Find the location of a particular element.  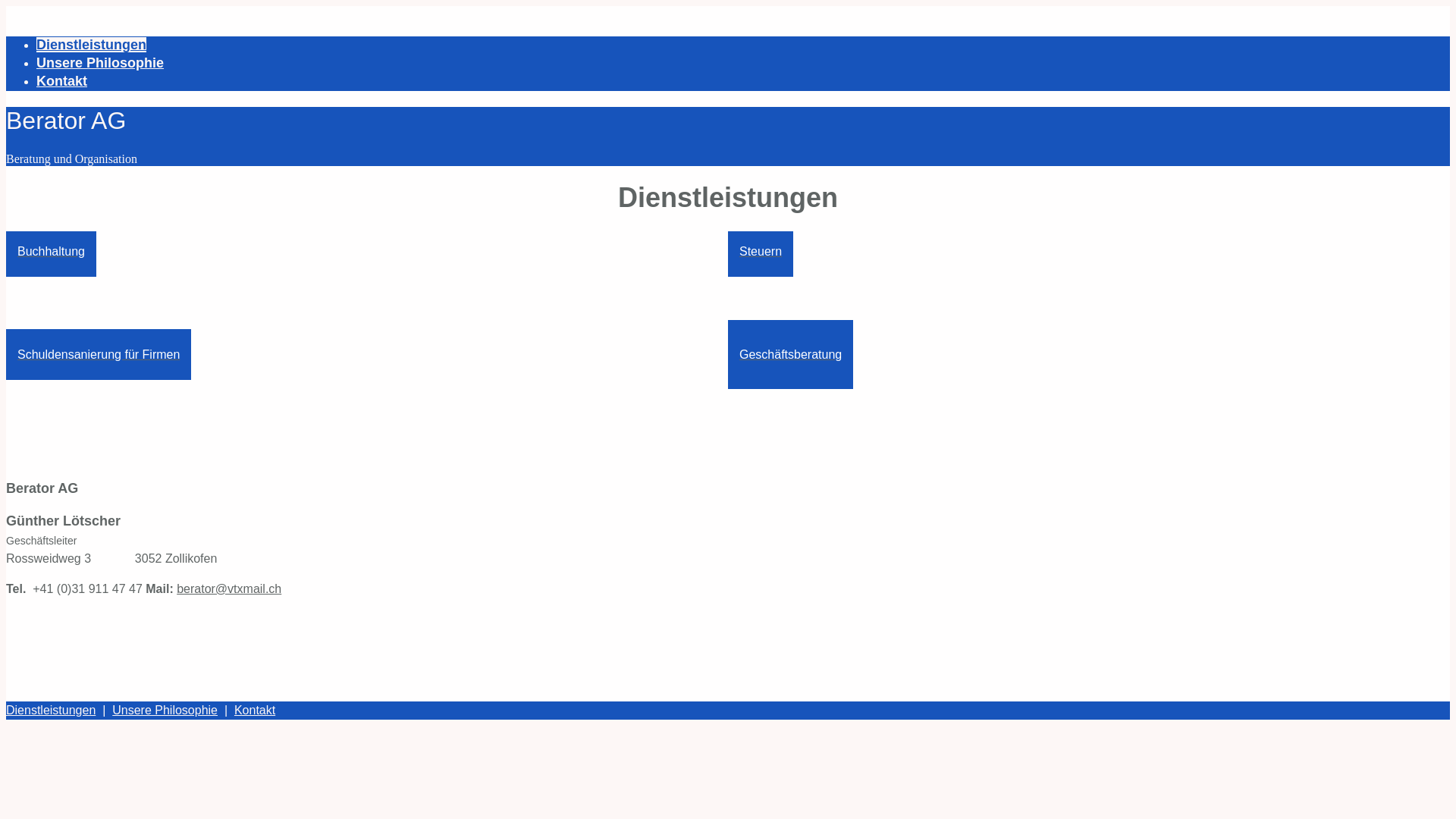

'Dienstleistungen' is located at coordinates (36, 43).